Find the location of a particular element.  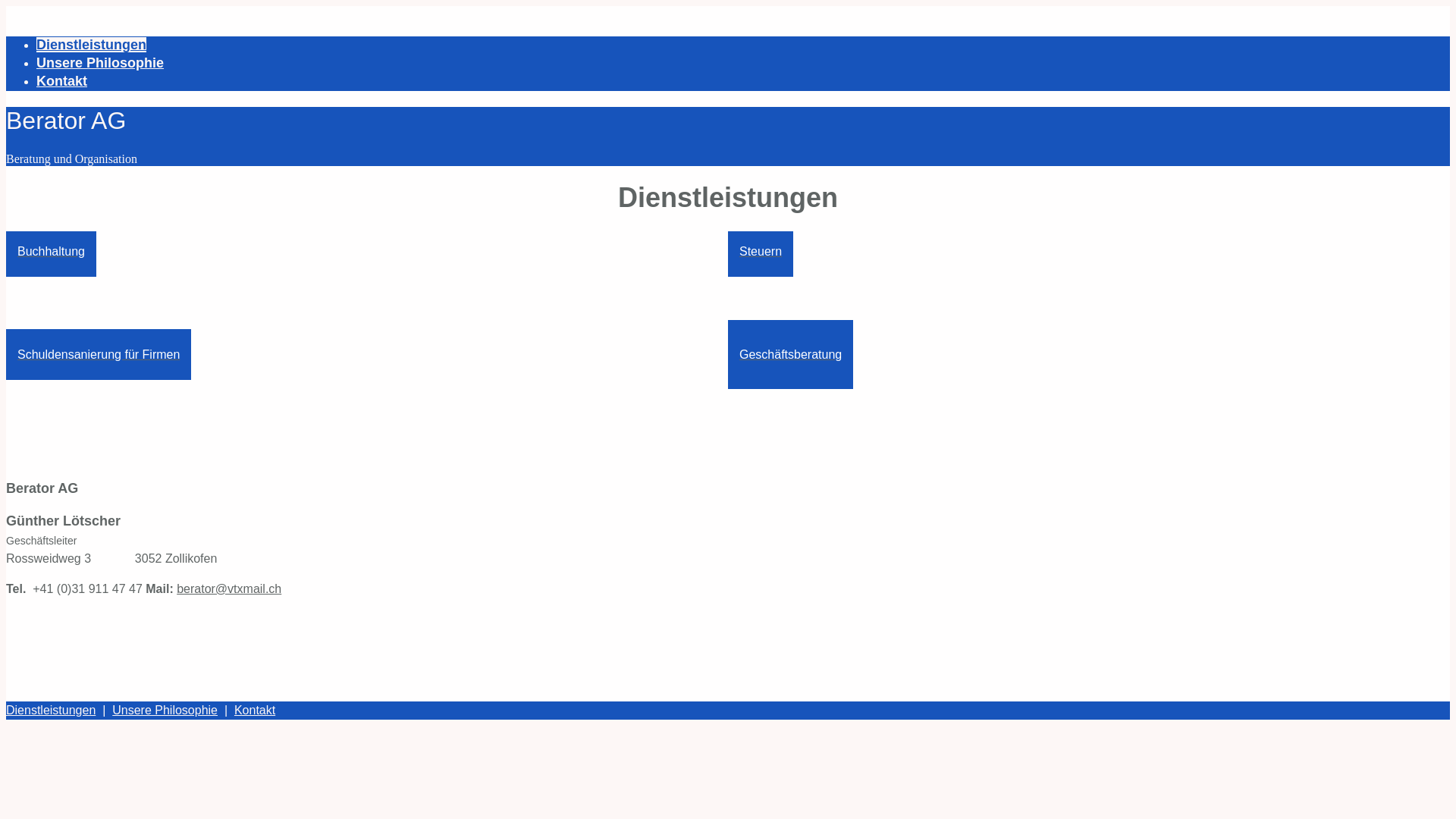

'Dienstleistungen' is located at coordinates (36, 43).